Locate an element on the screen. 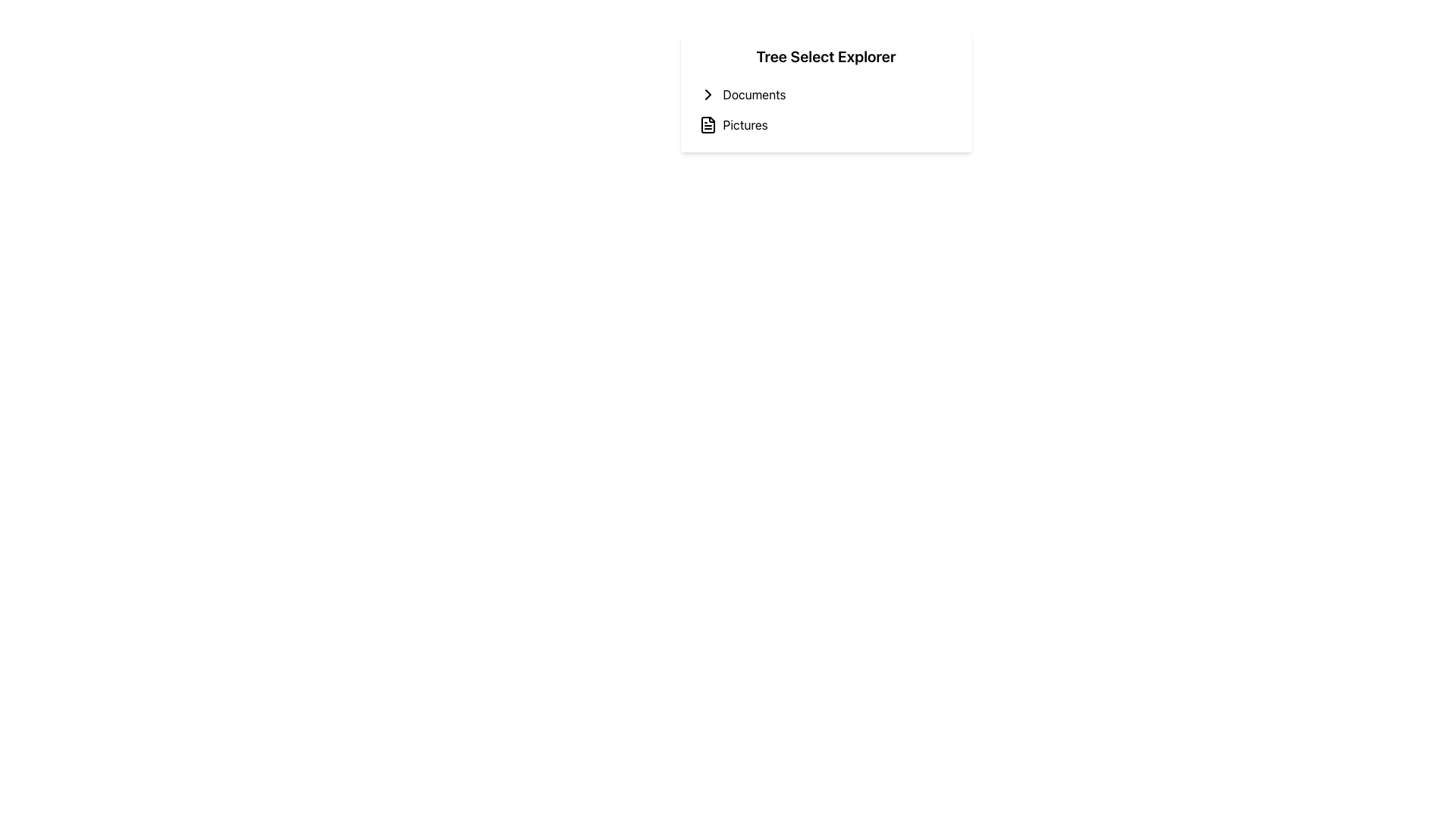 Image resolution: width=1456 pixels, height=819 pixels. the second list item labeled 'Pictures' under the 'Tree Select Explorer' is located at coordinates (825, 124).